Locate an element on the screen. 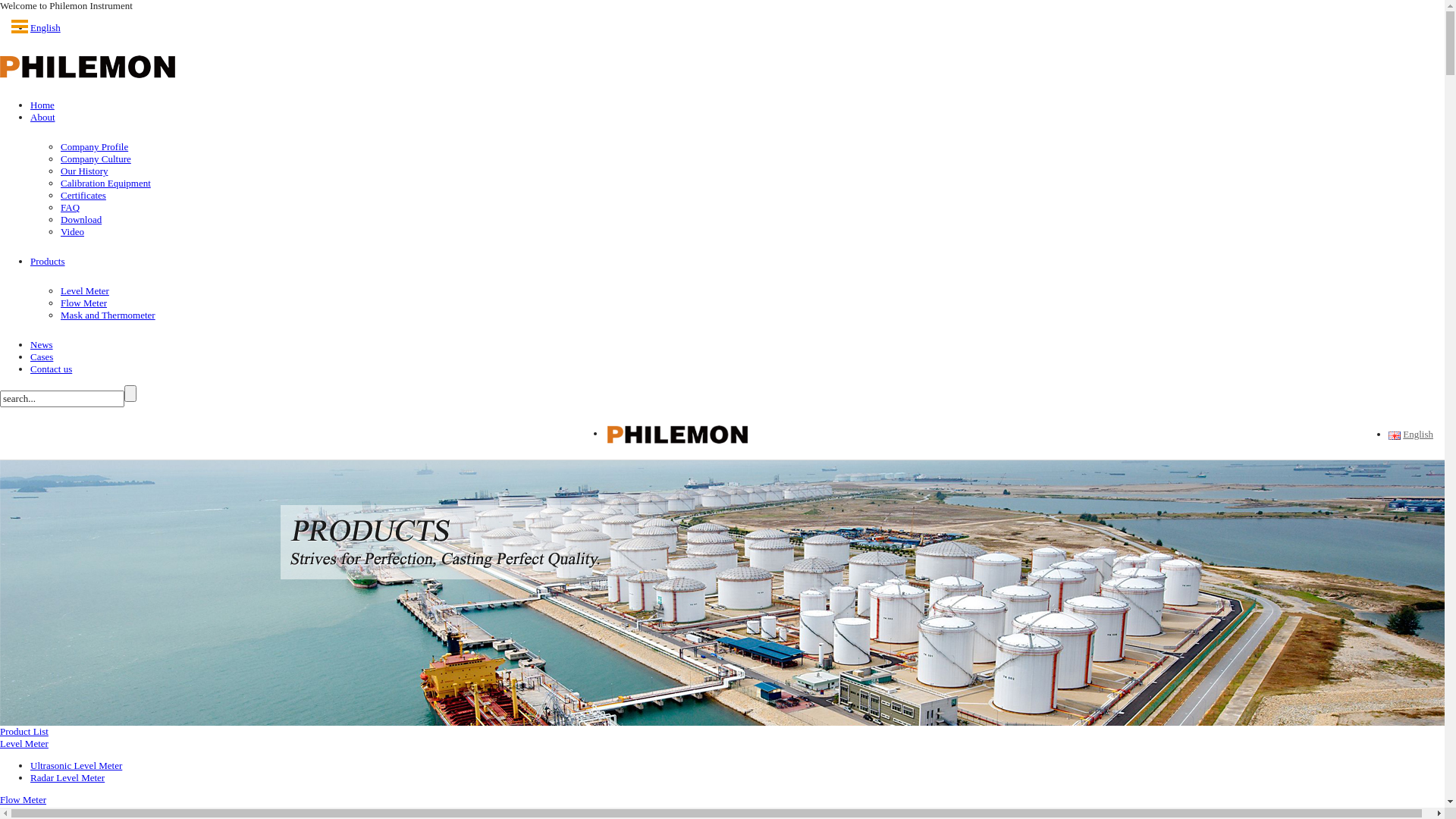 The height and width of the screenshot is (819, 1456). 'Our History' is located at coordinates (83, 171).